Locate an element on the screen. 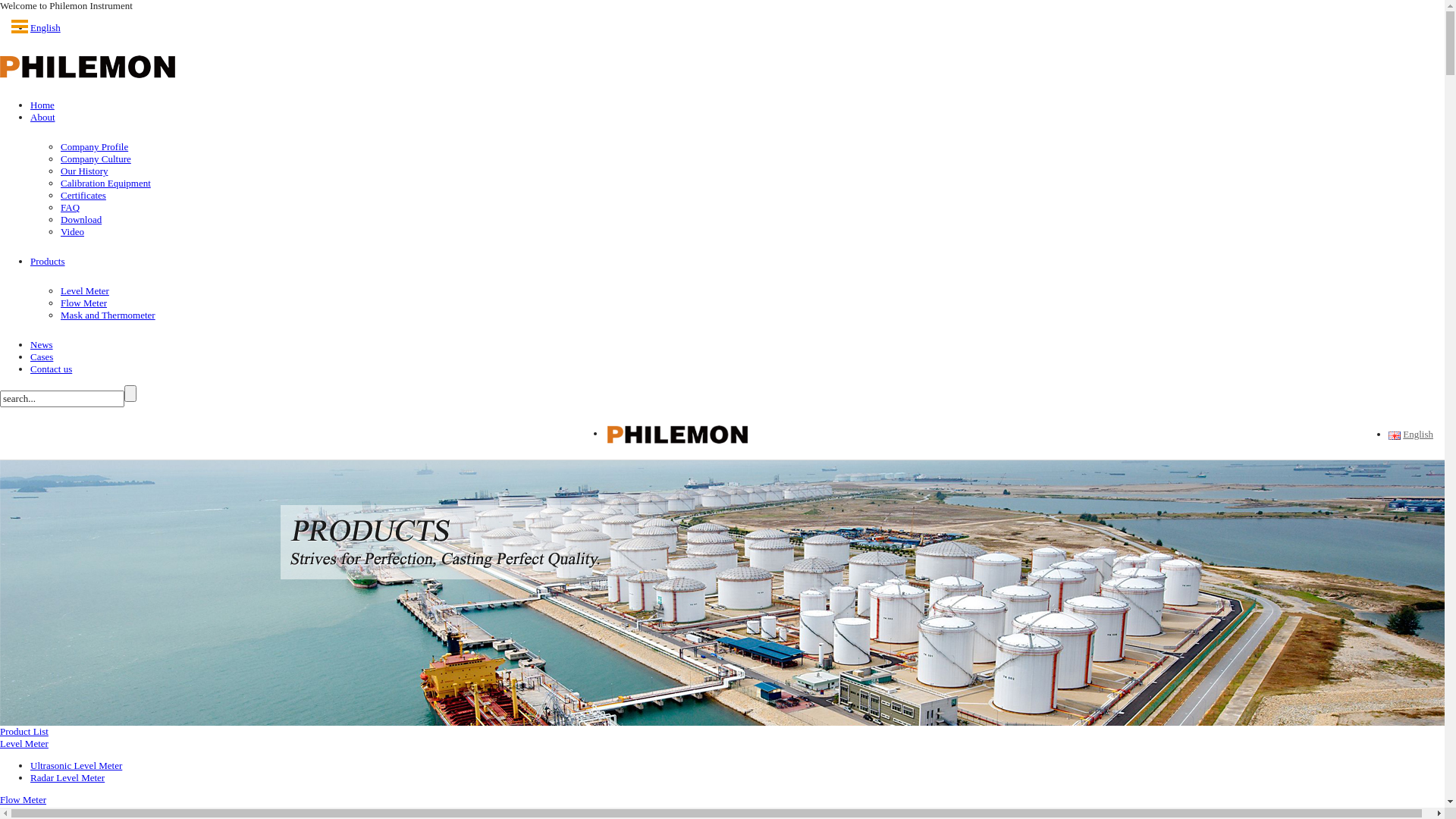 The height and width of the screenshot is (819, 1456). 'Our History' is located at coordinates (83, 171).